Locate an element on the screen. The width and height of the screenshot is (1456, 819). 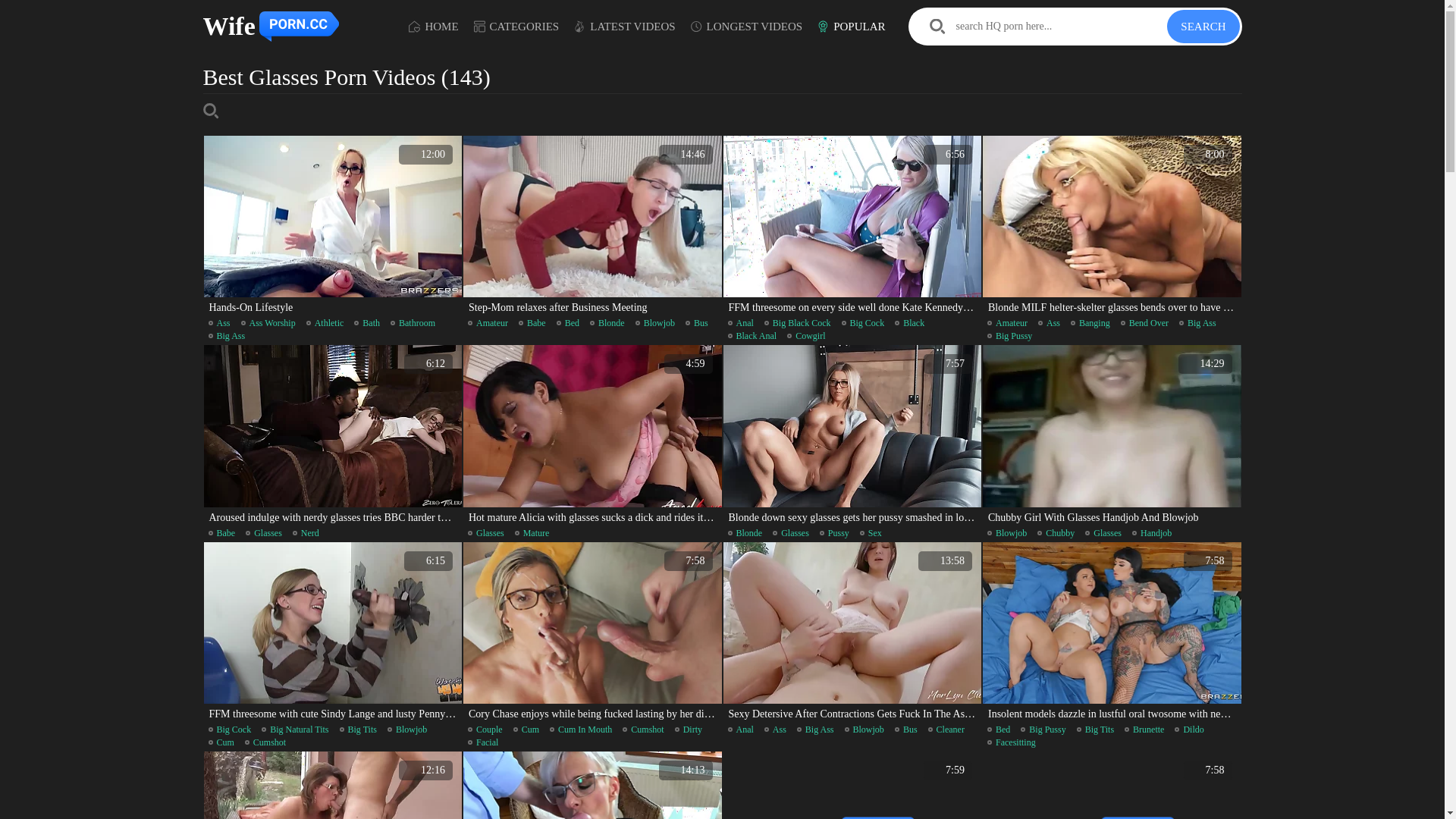
'Athletic' is located at coordinates (324, 322).